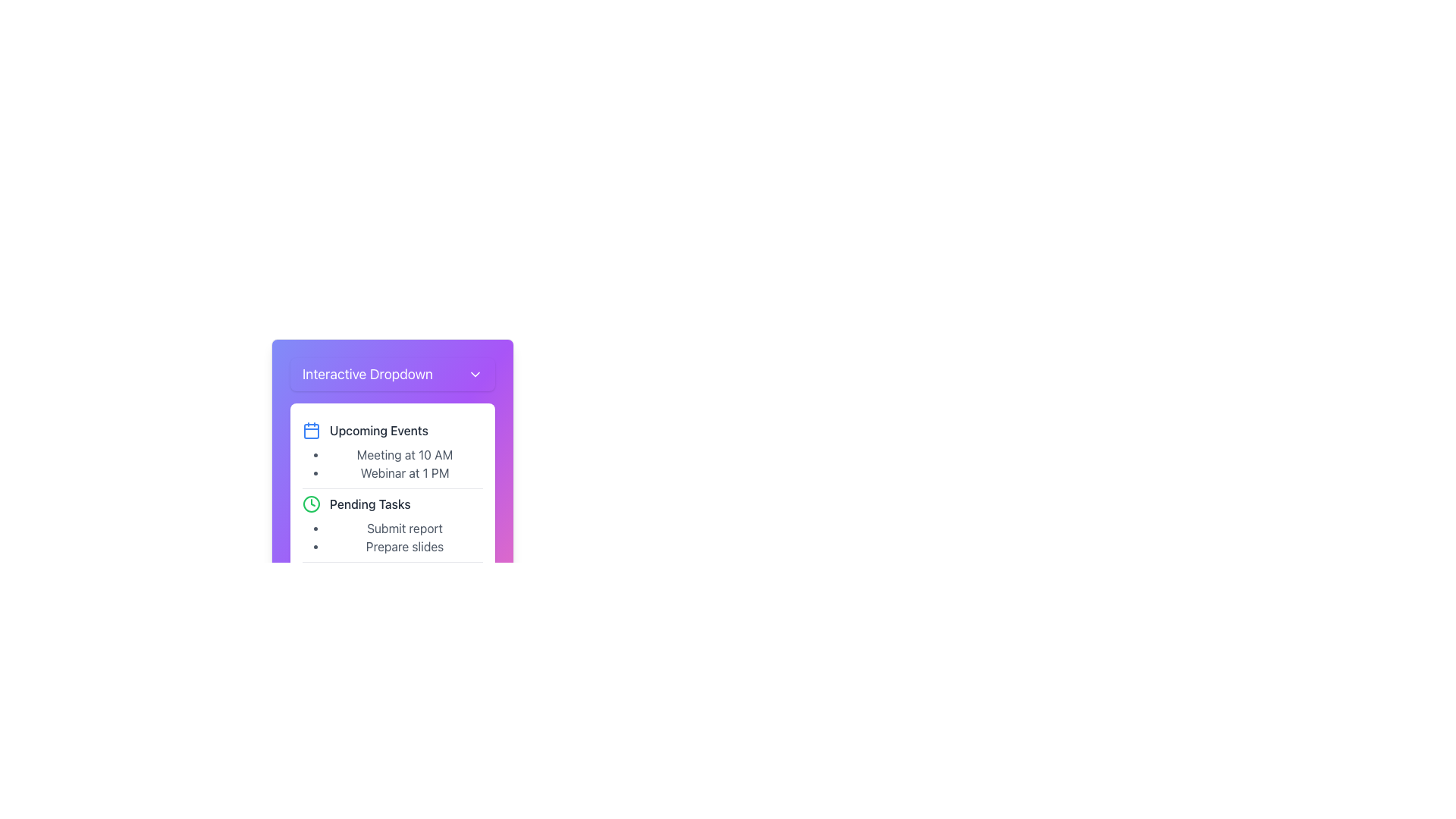 The image size is (1456, 819). I want to click on text of the label 'Upcoming Events' which is displayed in bold gray color next to a blue calendar icon, located at the top of the 'Interactive Dropdown' section, so click(393, 430).